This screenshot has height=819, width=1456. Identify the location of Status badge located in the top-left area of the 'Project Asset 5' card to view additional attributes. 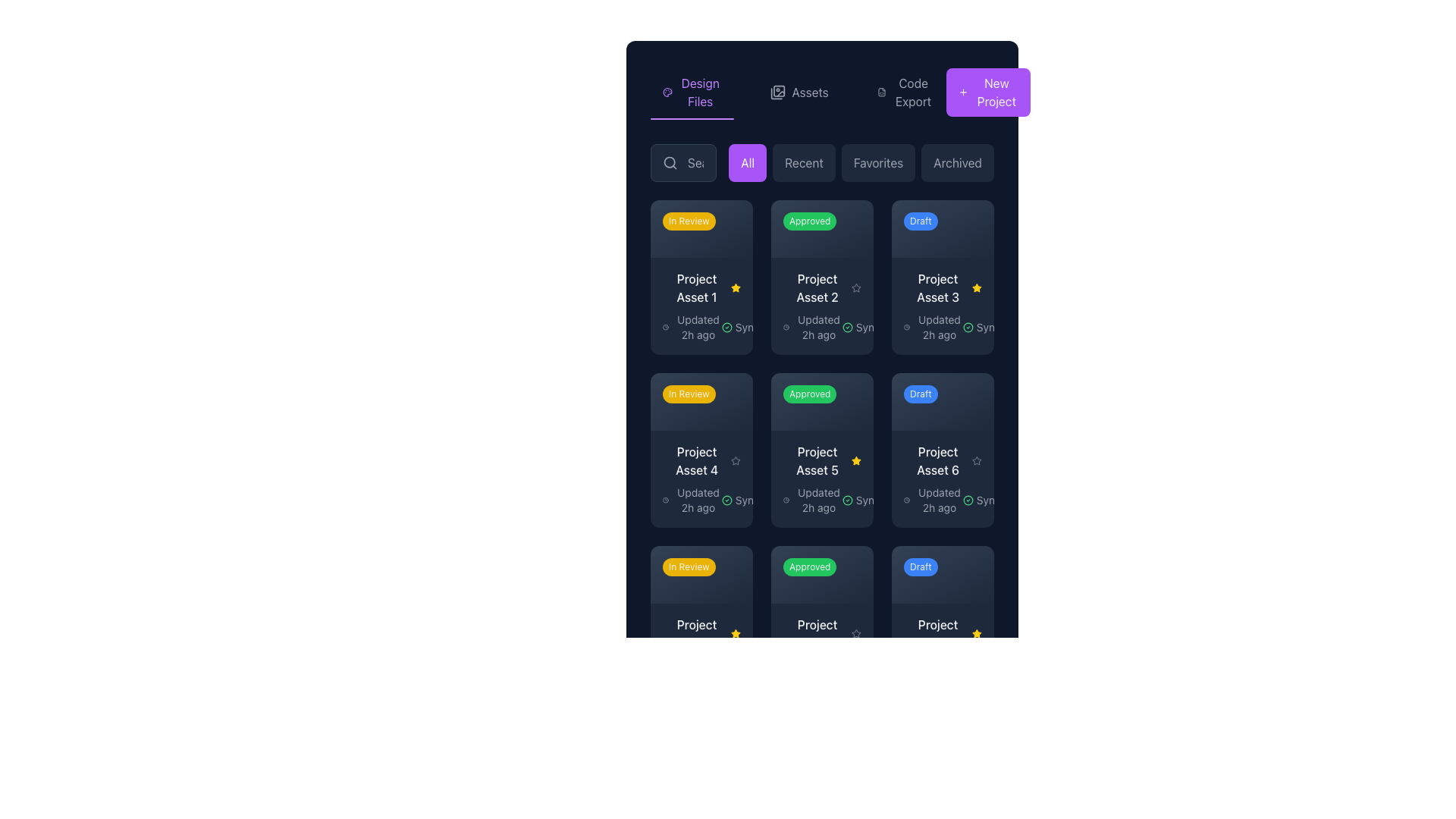
(821, 574).